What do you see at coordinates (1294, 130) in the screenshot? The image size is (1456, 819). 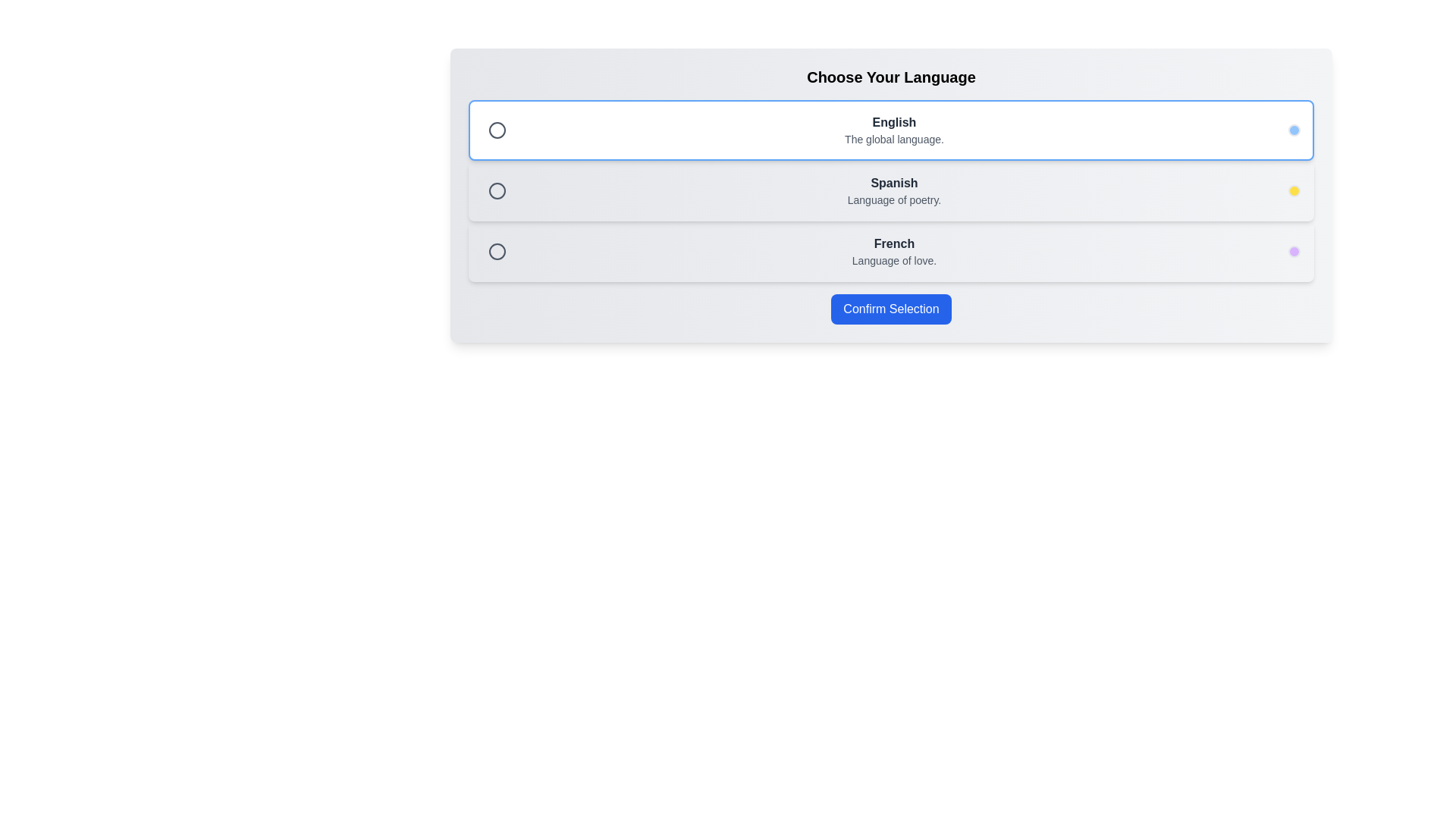 I see `the radio button` at bounding box center [1294, 130].